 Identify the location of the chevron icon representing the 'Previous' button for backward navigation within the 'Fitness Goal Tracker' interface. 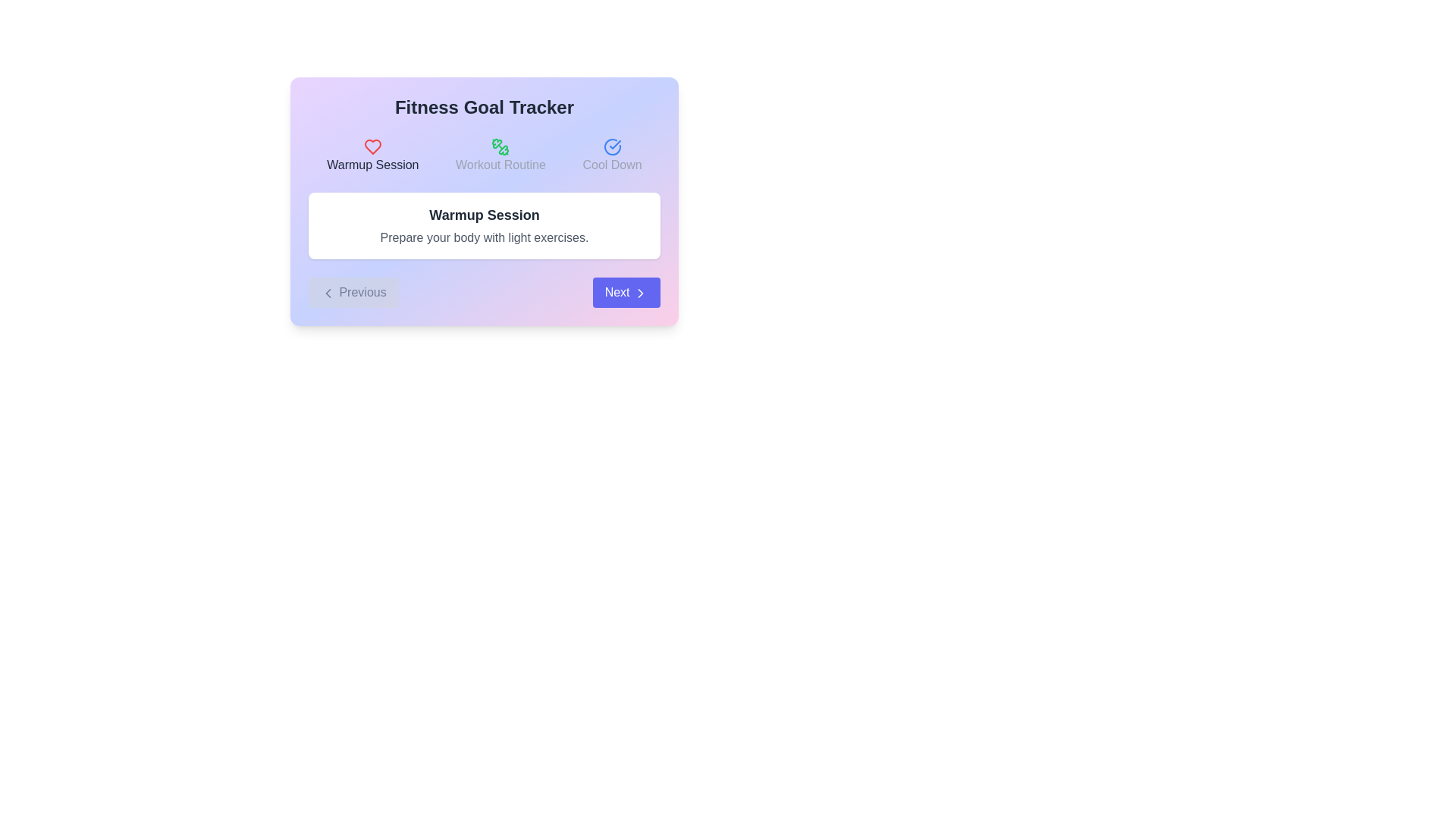
(327, 292).